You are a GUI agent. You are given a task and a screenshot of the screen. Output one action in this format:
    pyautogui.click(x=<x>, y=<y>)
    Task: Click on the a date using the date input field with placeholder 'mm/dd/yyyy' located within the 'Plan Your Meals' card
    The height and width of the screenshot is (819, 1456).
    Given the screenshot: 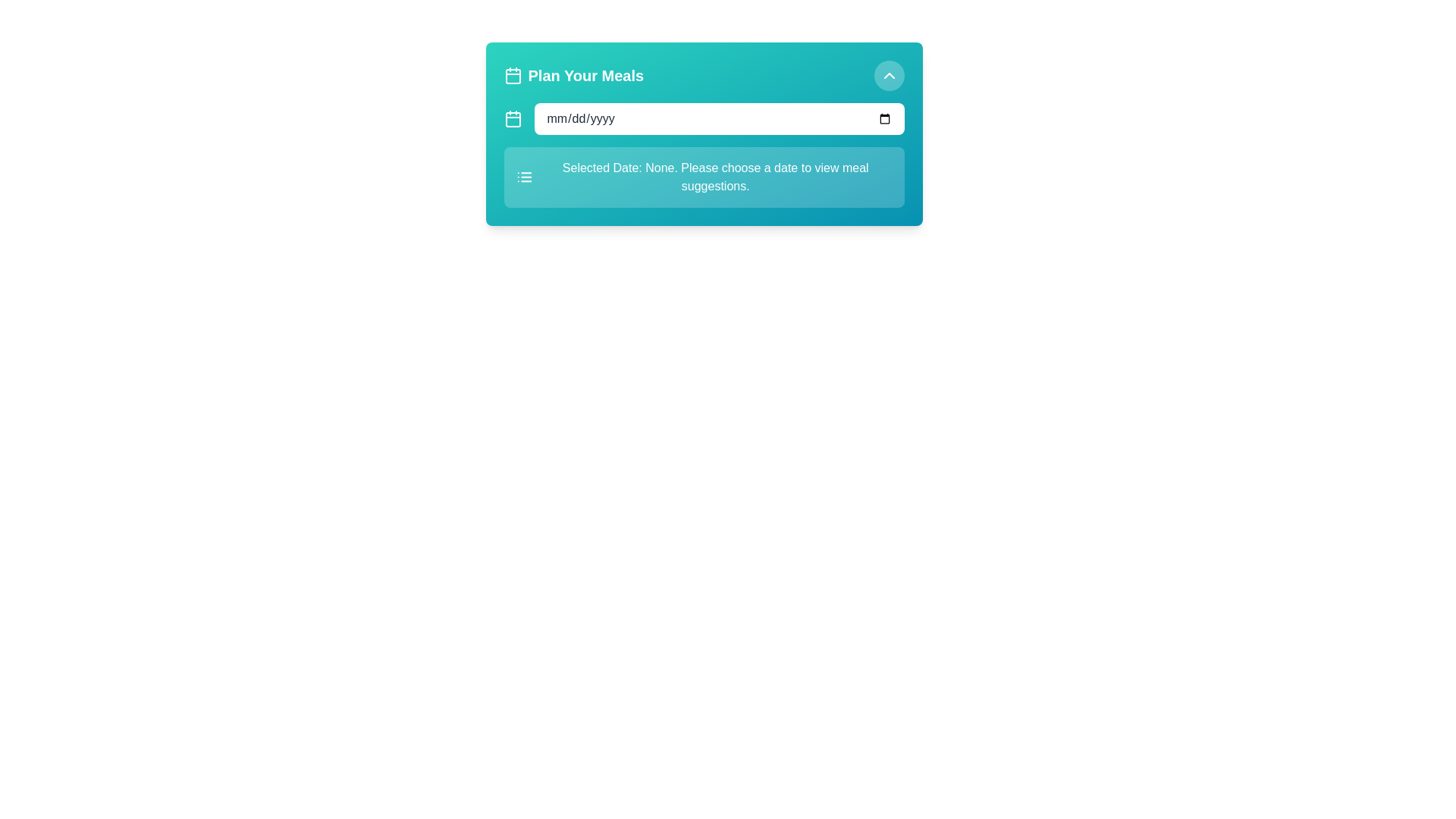 What is the action you would take?
    pyautogui.click(x=718, y=118)
    